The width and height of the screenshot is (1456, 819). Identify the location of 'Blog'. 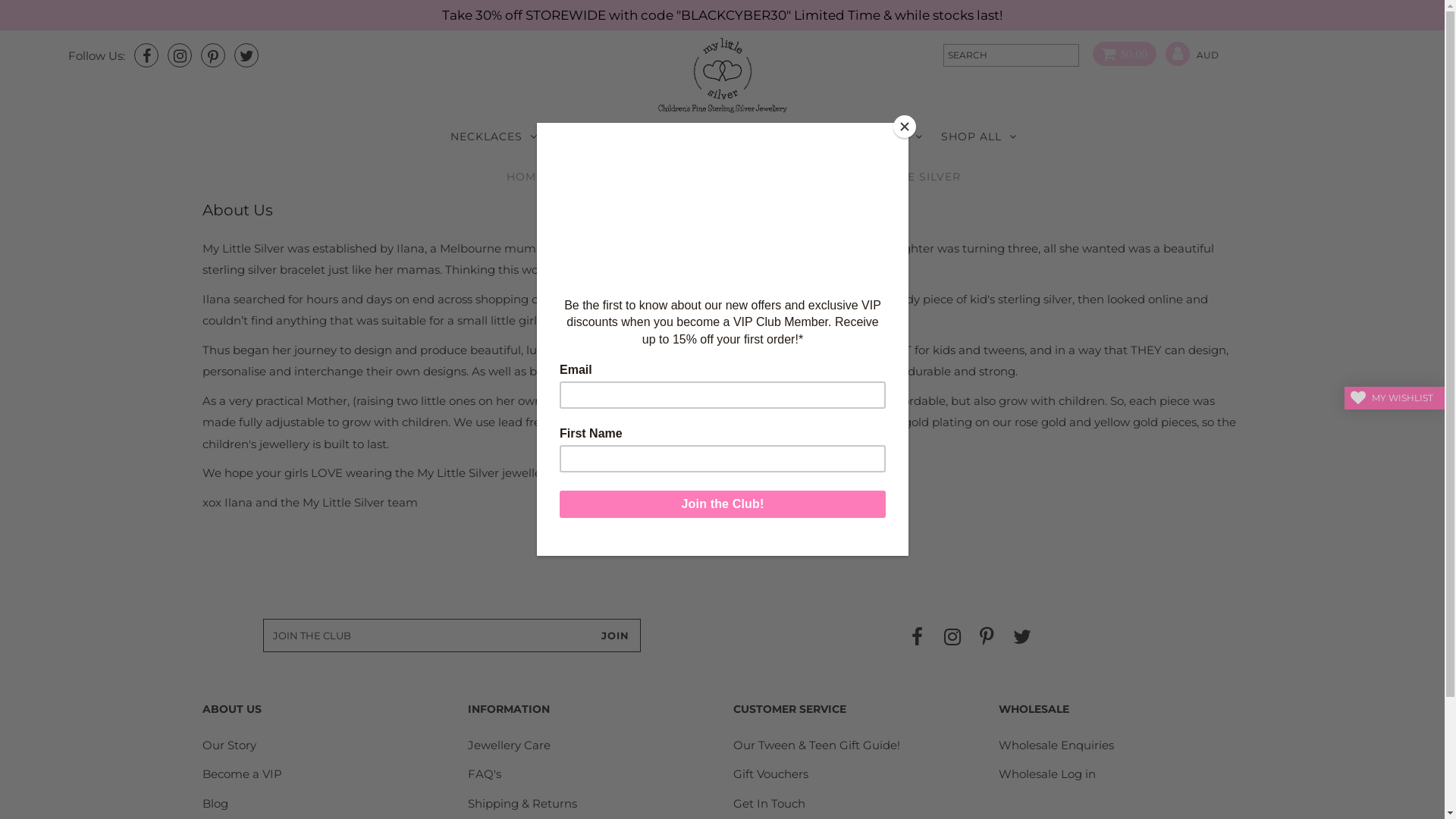
(214, 802).